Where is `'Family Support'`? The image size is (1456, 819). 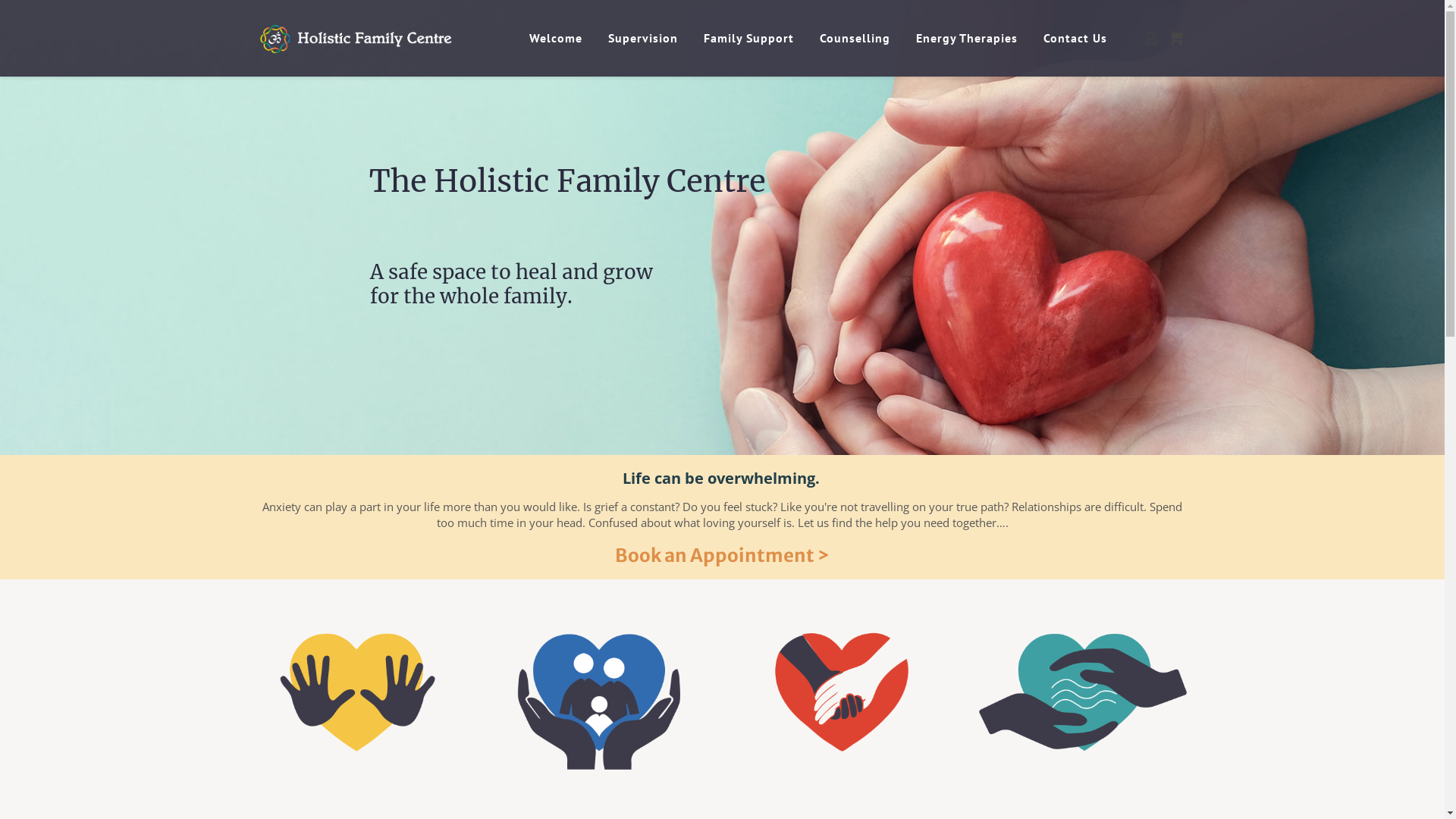 'Family Support' is located at coordinates (751, 37).